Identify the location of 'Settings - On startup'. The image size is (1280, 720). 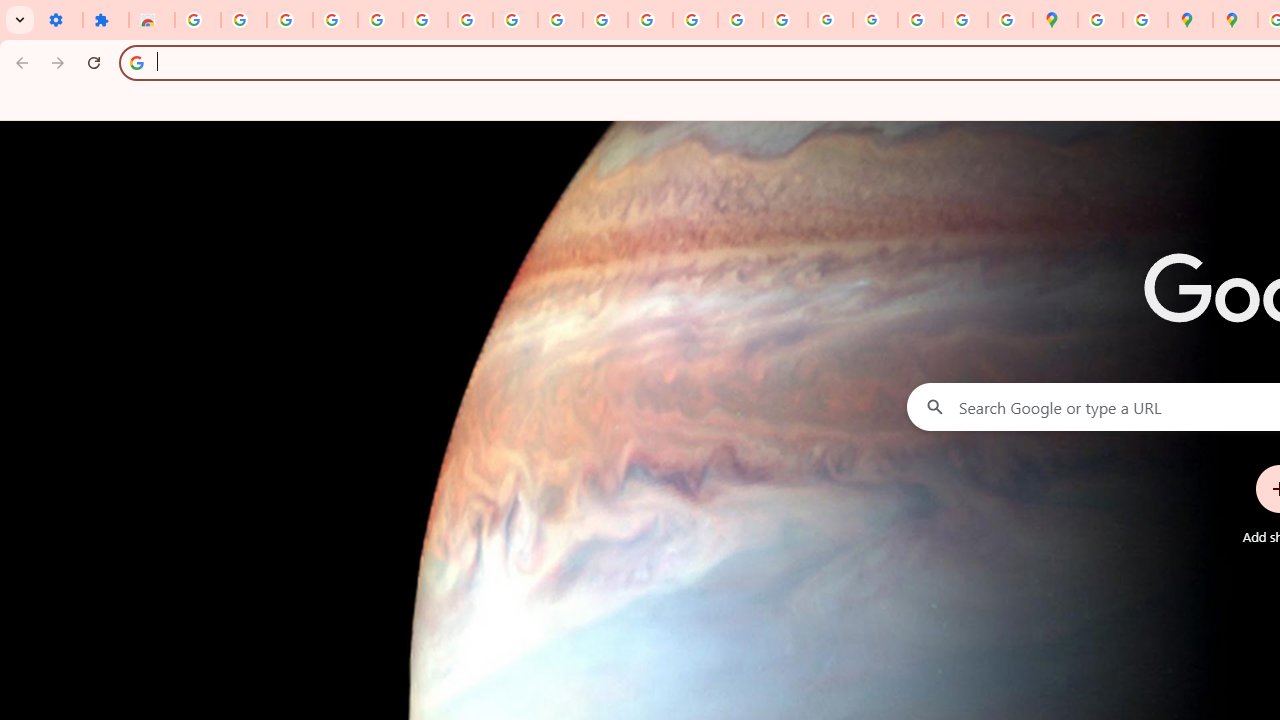
(60, 20).